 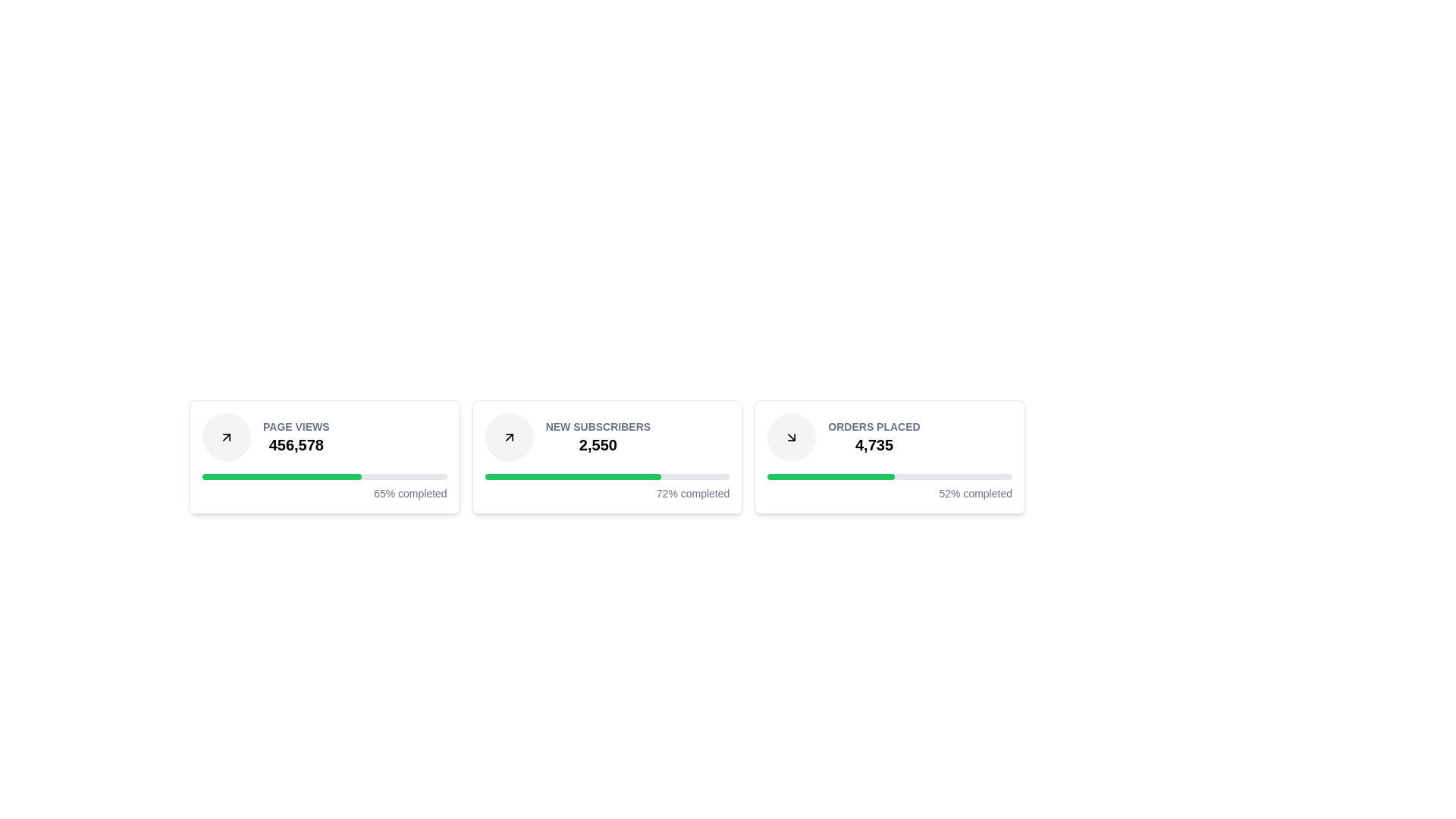 I want to click on the circular Icon button with a light gray background and a black upward-right arrow icon, so click(x=509, y=438).